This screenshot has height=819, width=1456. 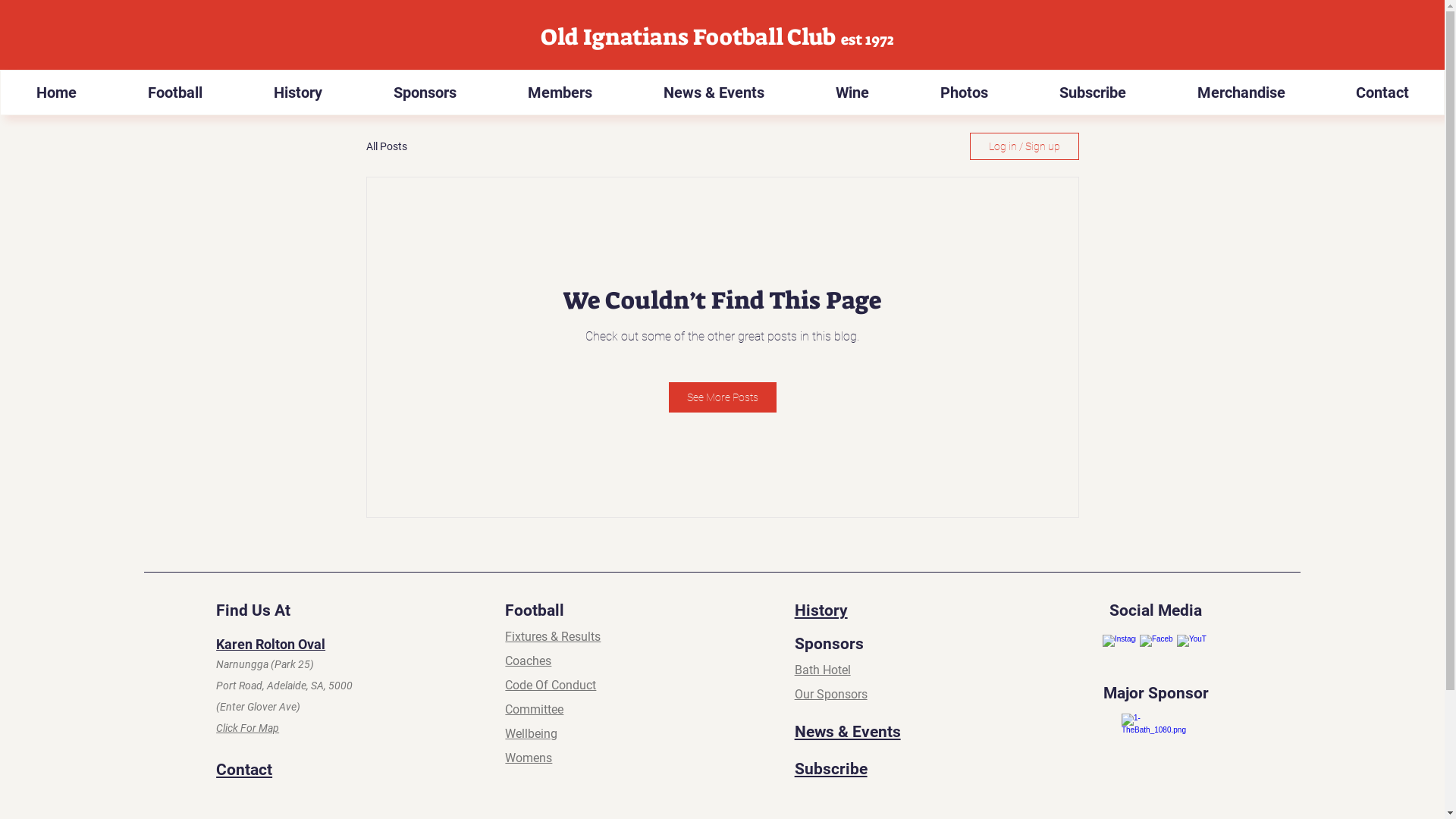 What do you see at coordinates (722, 397) in the screenshot?
I see `'See More Posts'` at bounding box center [722, 397].